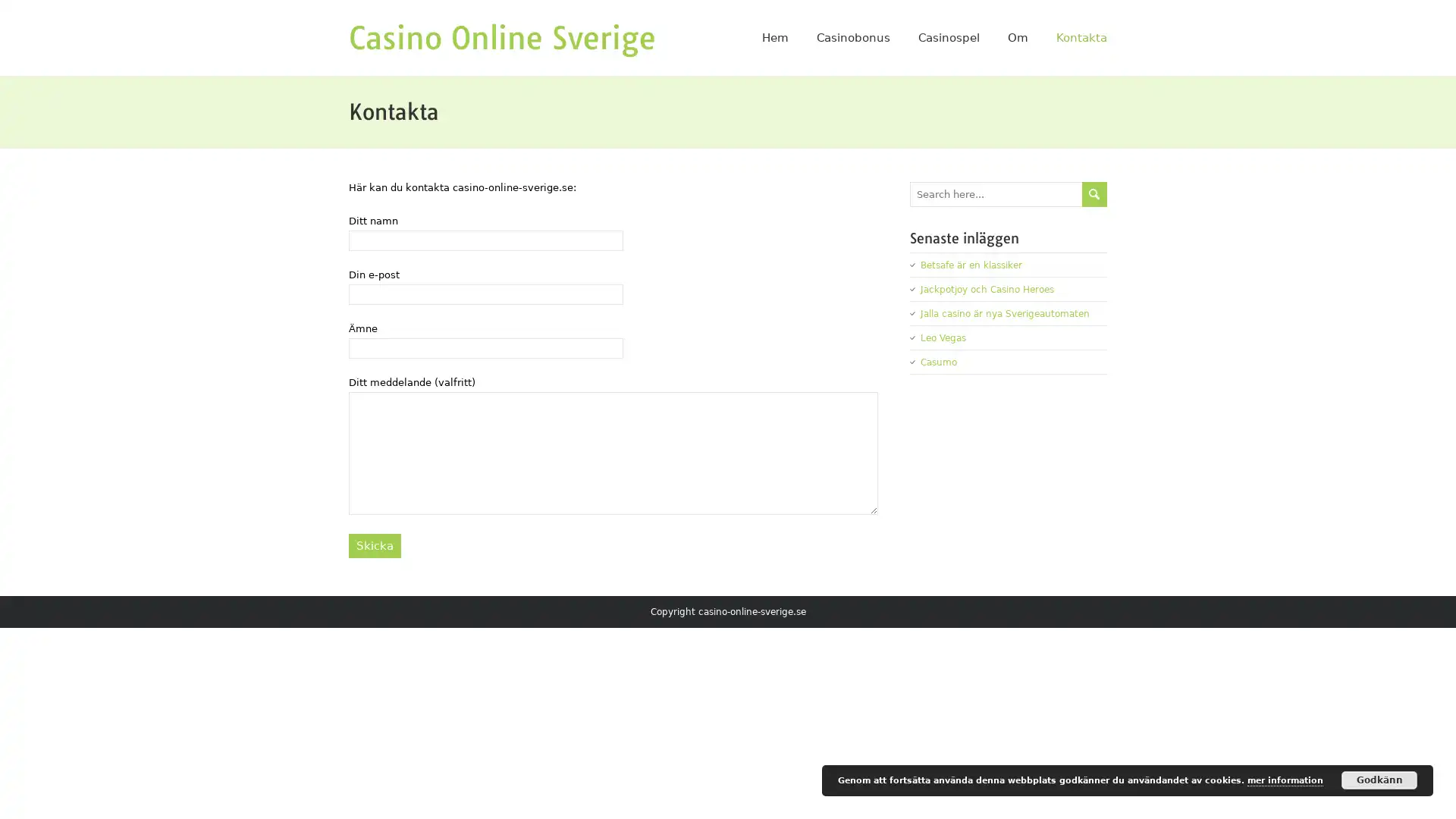 This screenshot has height=819, width=1456. Describe the element at coordinates (1094, 193) in the screenshot. I see `send` at that location.